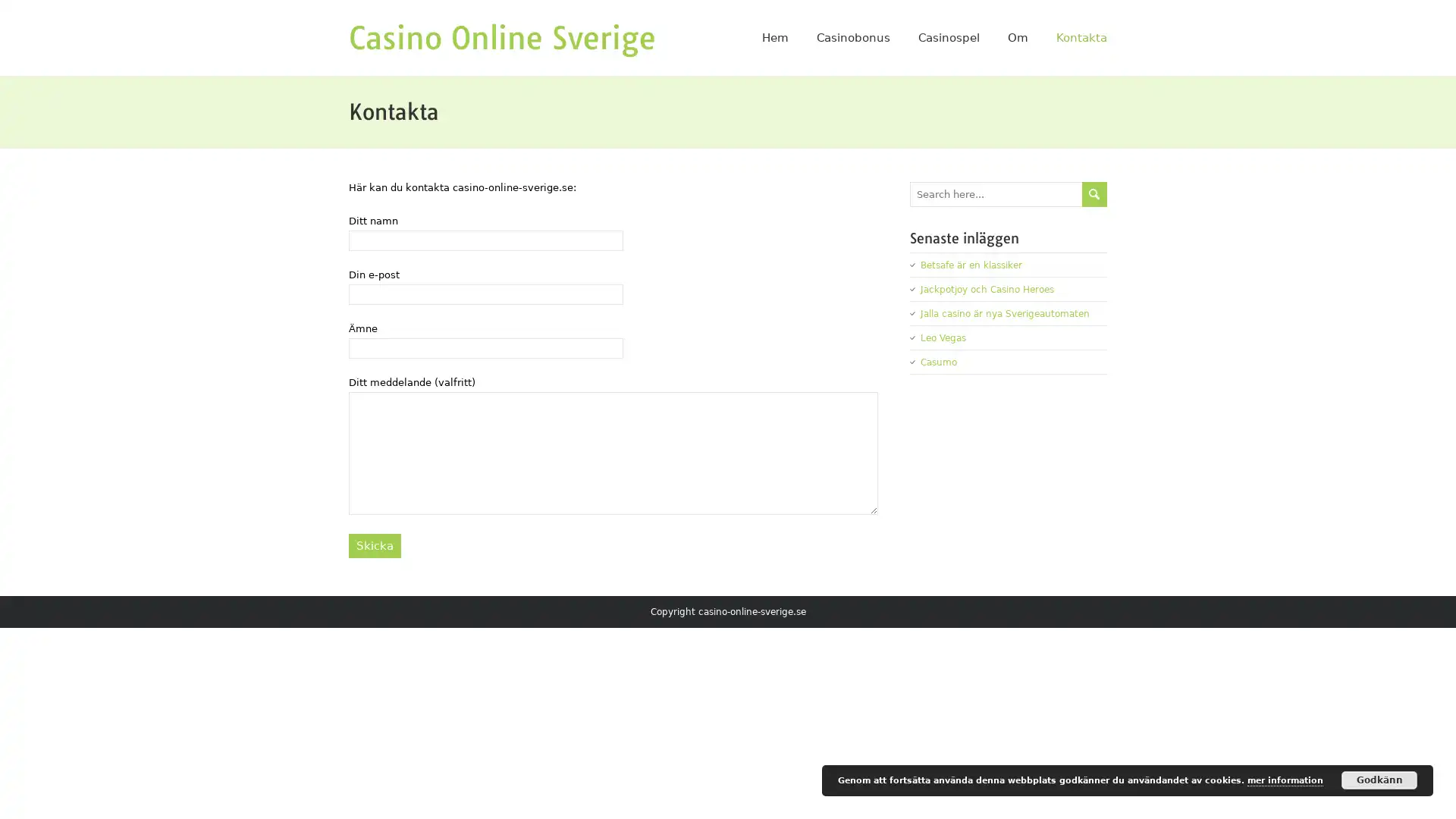 This screenshot has height=819, width=1456. Describe the element at coordinates (1094, 193) in the screenshot. I see `send` at that location.